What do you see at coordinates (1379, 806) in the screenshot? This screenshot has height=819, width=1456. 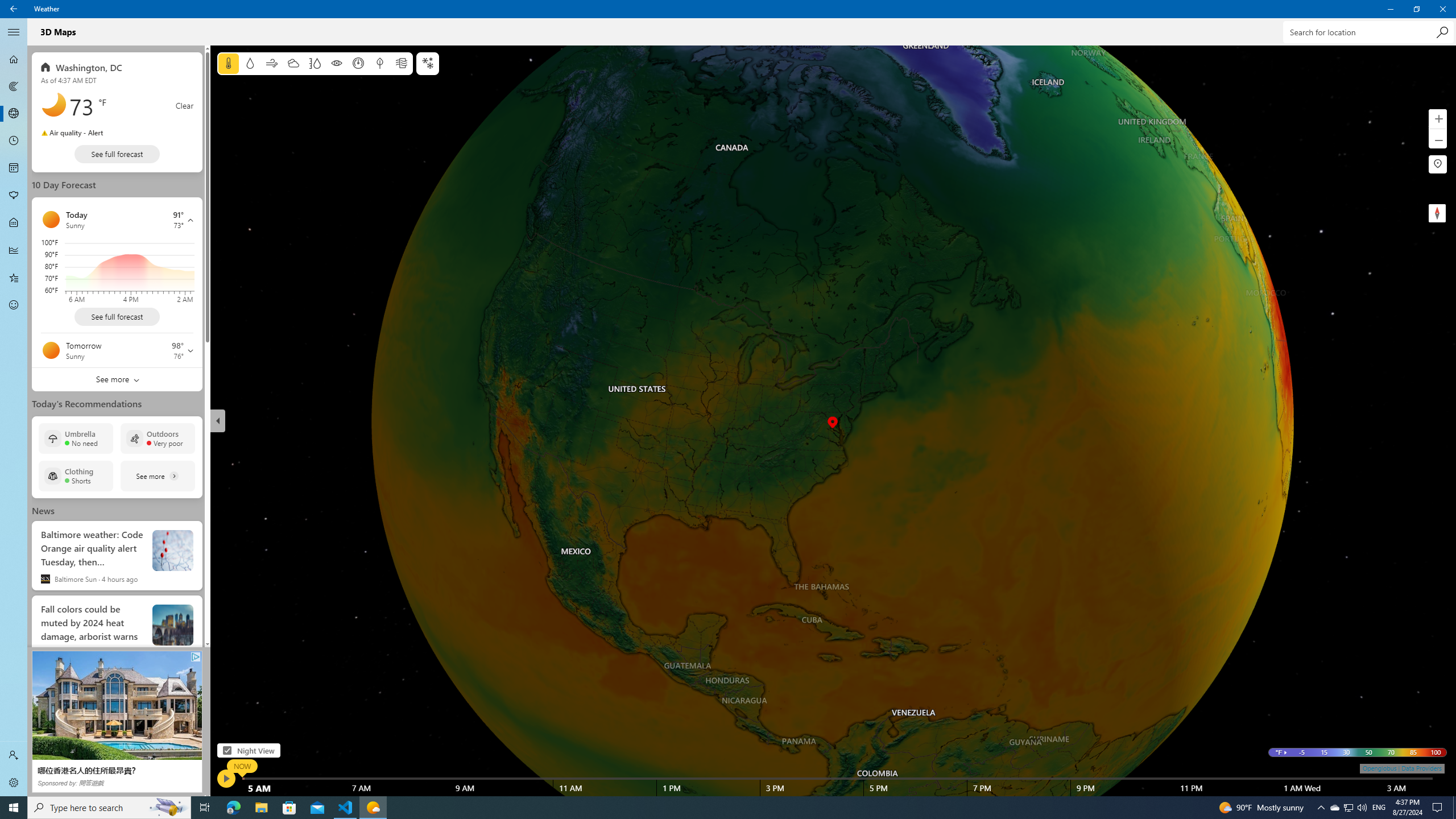 I see `'Tray Input Indicator - English (United States)'` at bounding box center [1379, 806].